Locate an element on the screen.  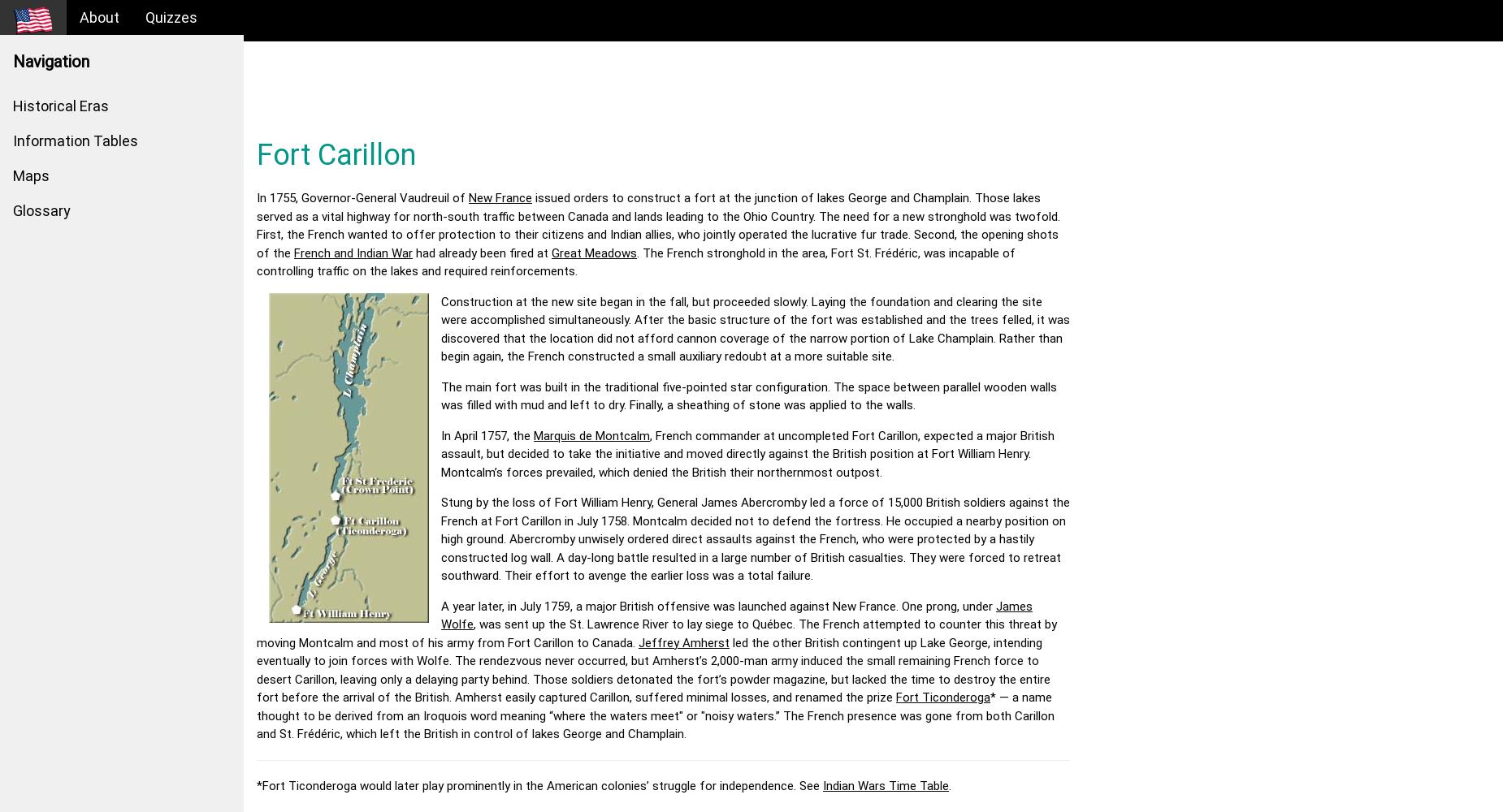
'*Fort Ticonderoga would later play prominently in the American colonies’ struggle for independence.  See' is located at coordinates (539, 784).